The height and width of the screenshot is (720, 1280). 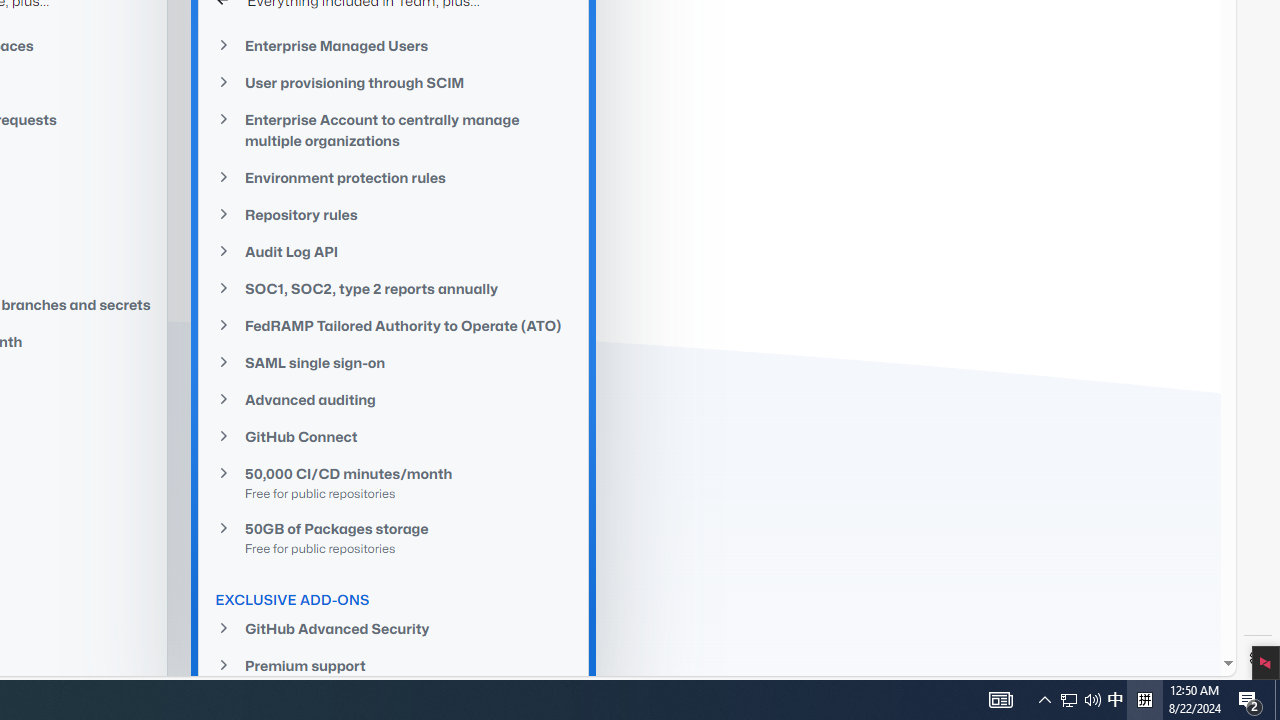 What do you see at coordinates (394, 436) in the screenshot?
I see `'GitHub Connect'` at bounding box center [394, 436].